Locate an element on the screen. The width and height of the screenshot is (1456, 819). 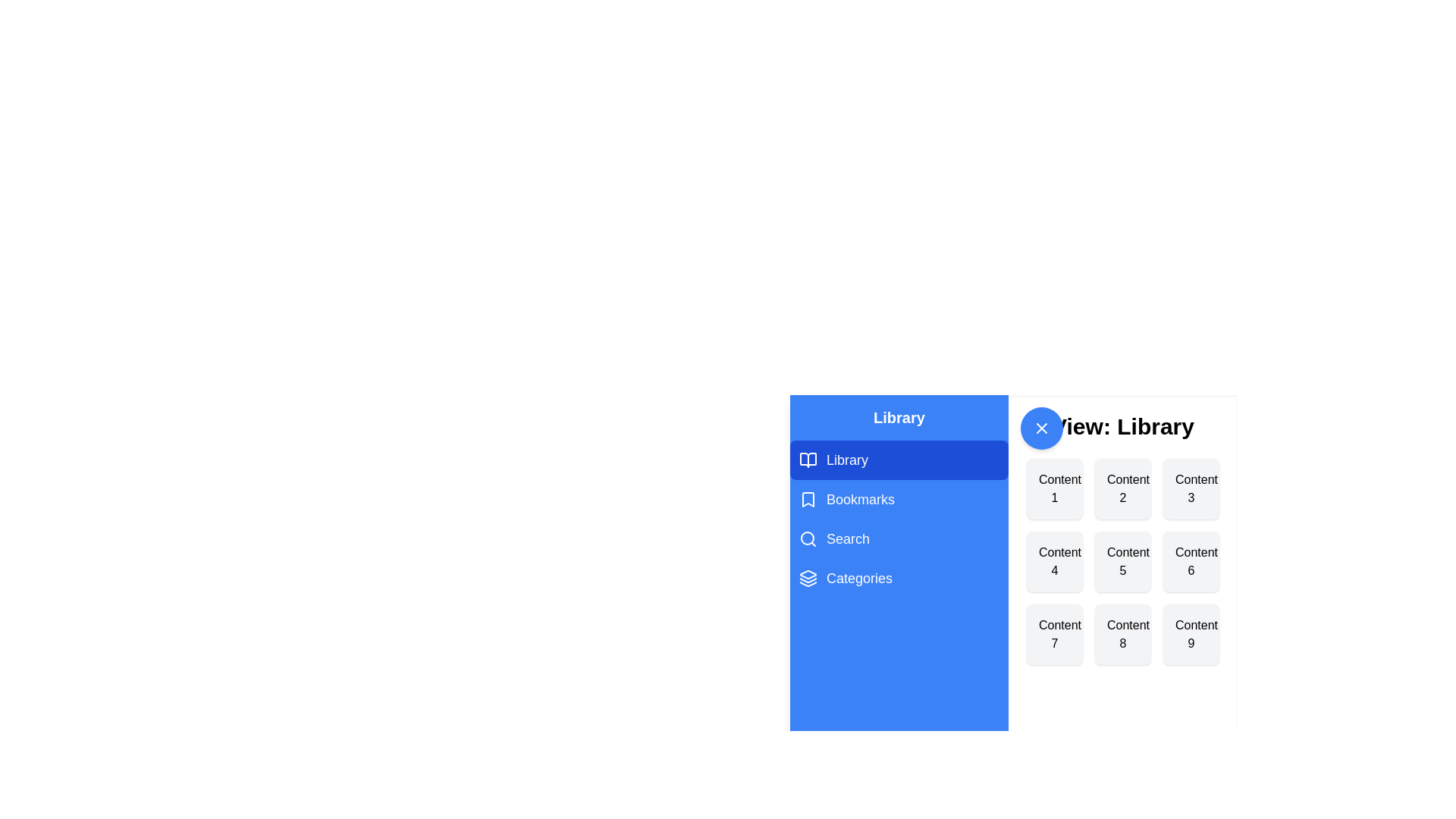
the section Categories from the sidebar menu is located at coordinates (899, 579).